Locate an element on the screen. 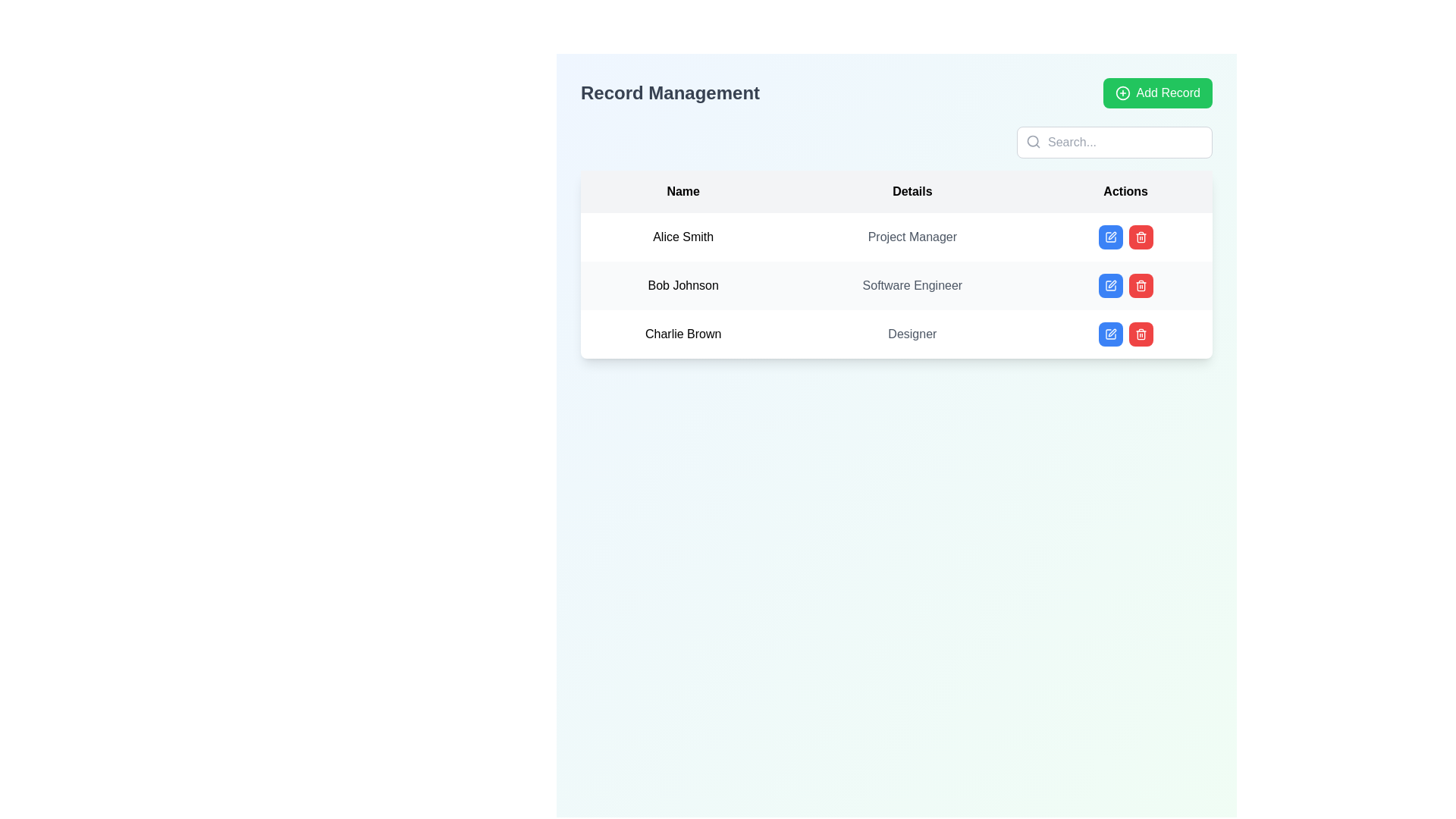 This screenshot has height=819, width=1456. the blue edit button with a white pen icon located in the 'Actions' column aligned with the 'Project Manager' row is located at coordinates (1110, 237).